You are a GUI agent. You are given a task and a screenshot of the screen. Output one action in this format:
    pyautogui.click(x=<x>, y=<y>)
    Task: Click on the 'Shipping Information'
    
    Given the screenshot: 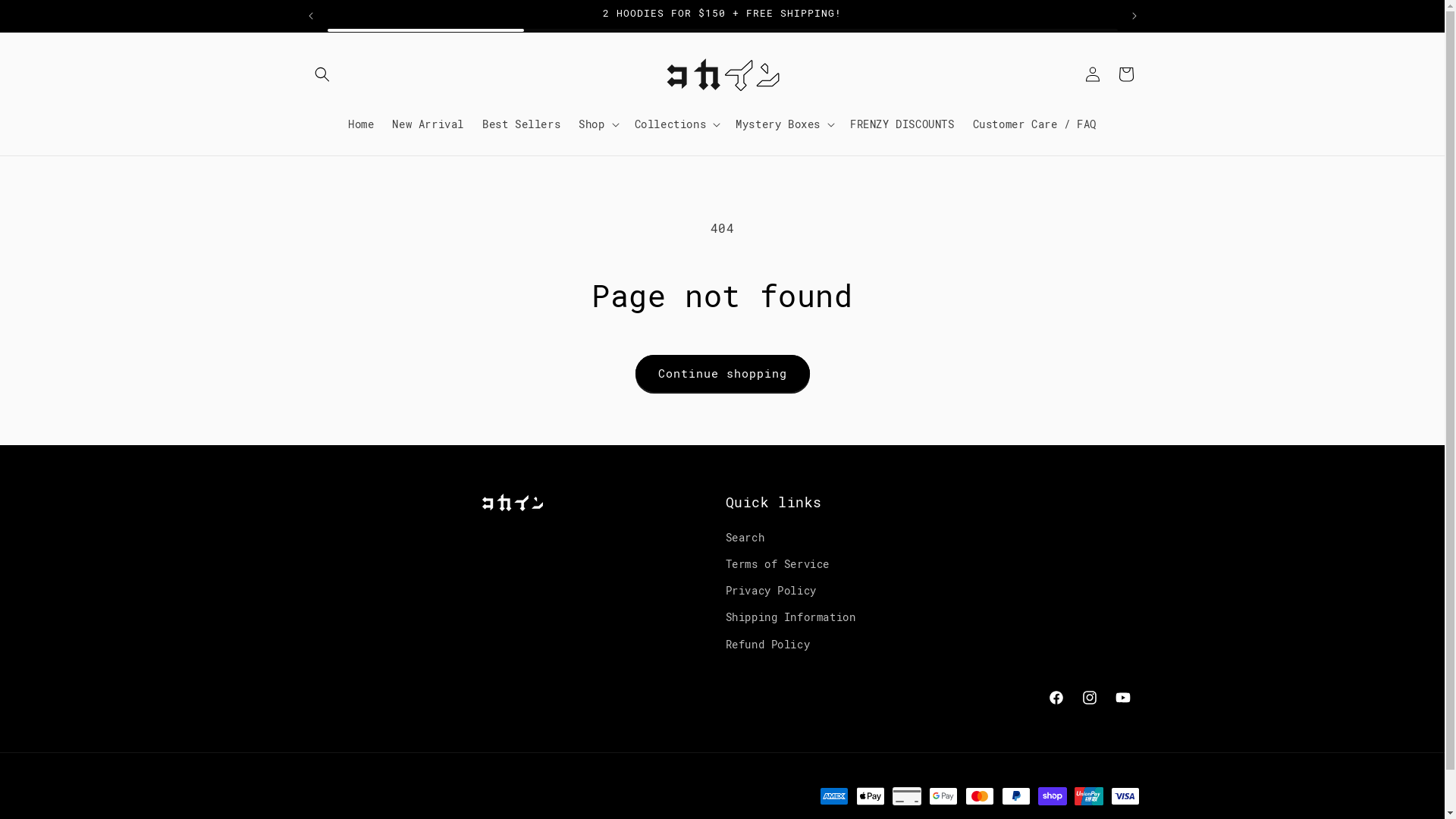 What is the action you would take?
    pyautogui.click(x=789, y=617)
    